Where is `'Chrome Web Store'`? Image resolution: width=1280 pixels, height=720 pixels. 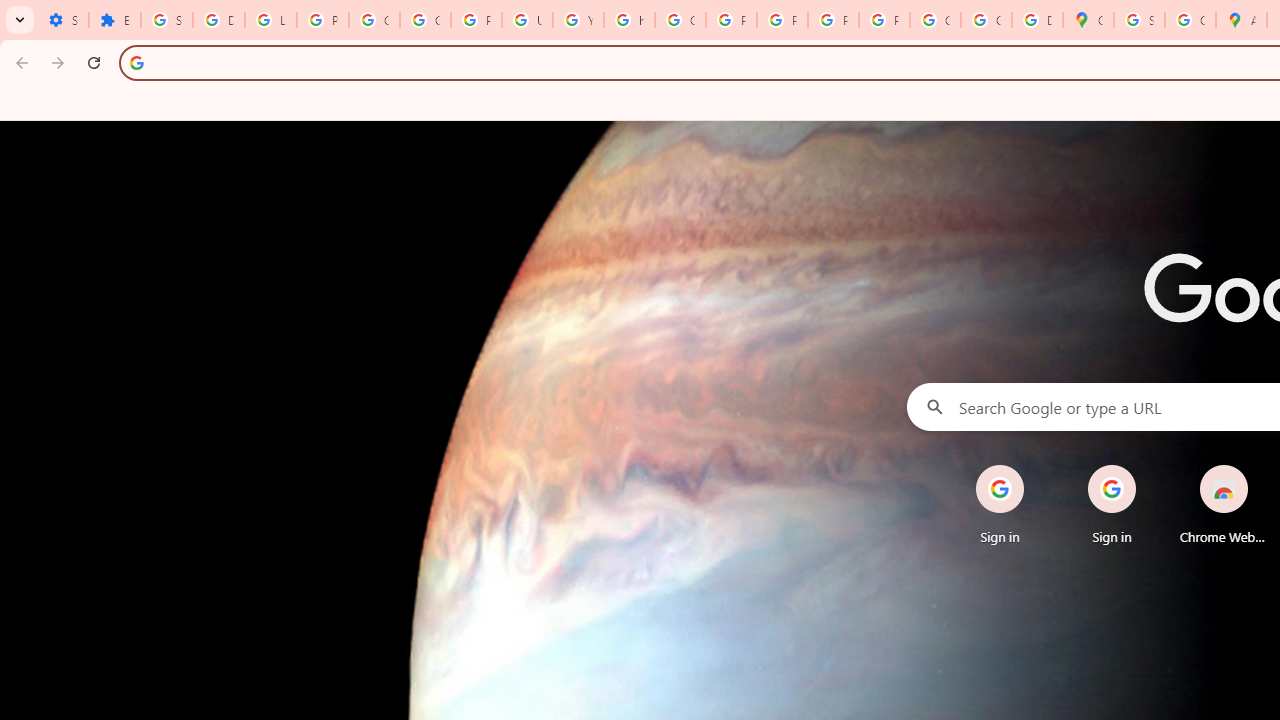 'Chrome Web Store' is located at coordinates (1222, 504).